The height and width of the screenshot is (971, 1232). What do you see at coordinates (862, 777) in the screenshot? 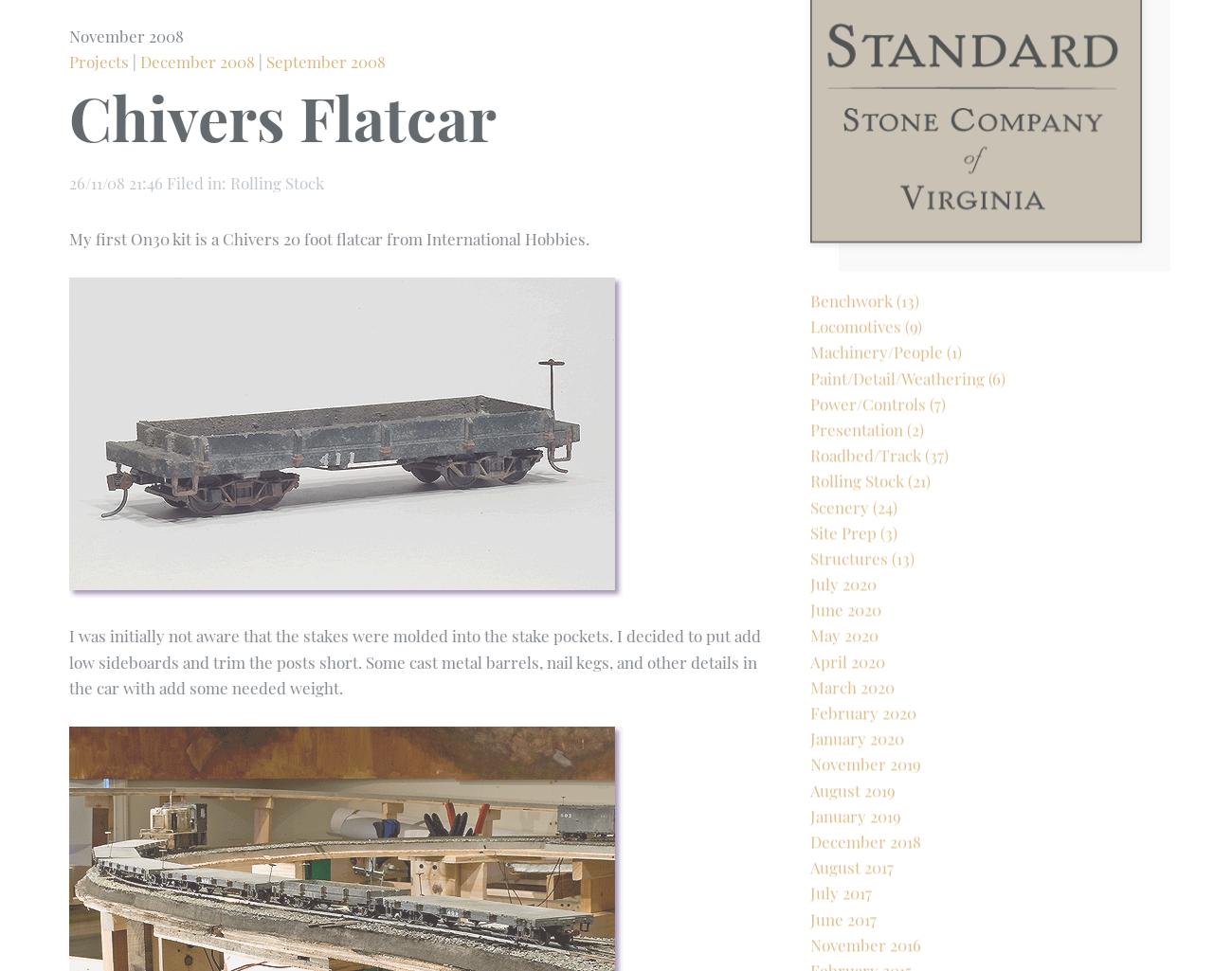
I see `'February 2020'` at bounding box center [862, 777].